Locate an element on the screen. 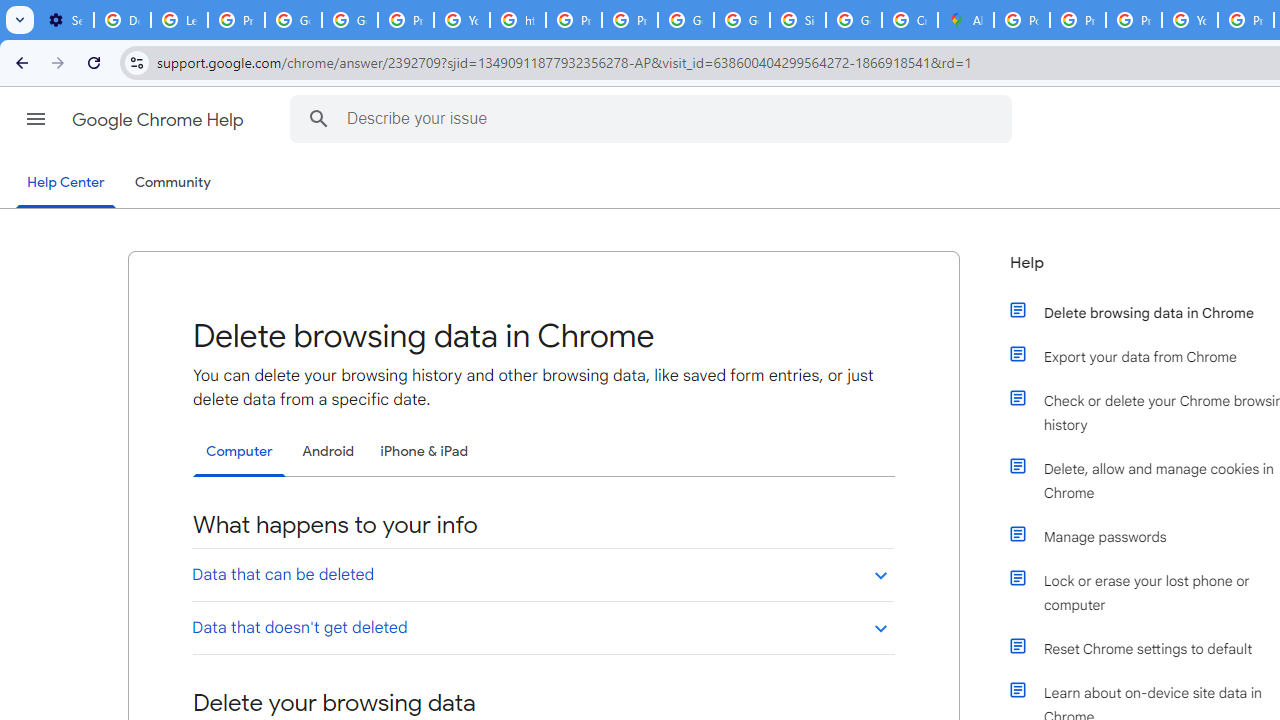  'Google Account Help' is located at coordinates (292, 20).